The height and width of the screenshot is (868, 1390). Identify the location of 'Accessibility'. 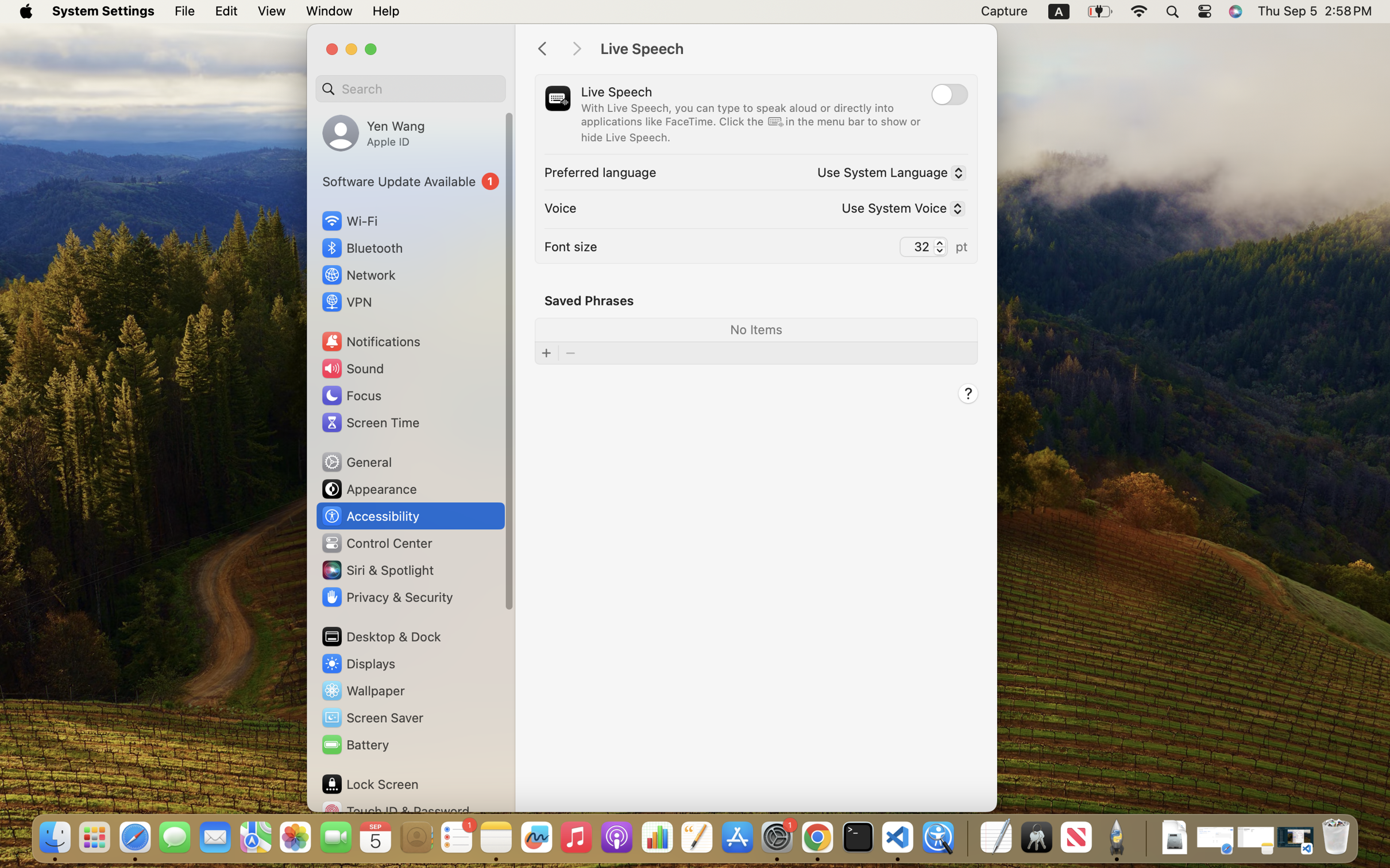
(370, 515).